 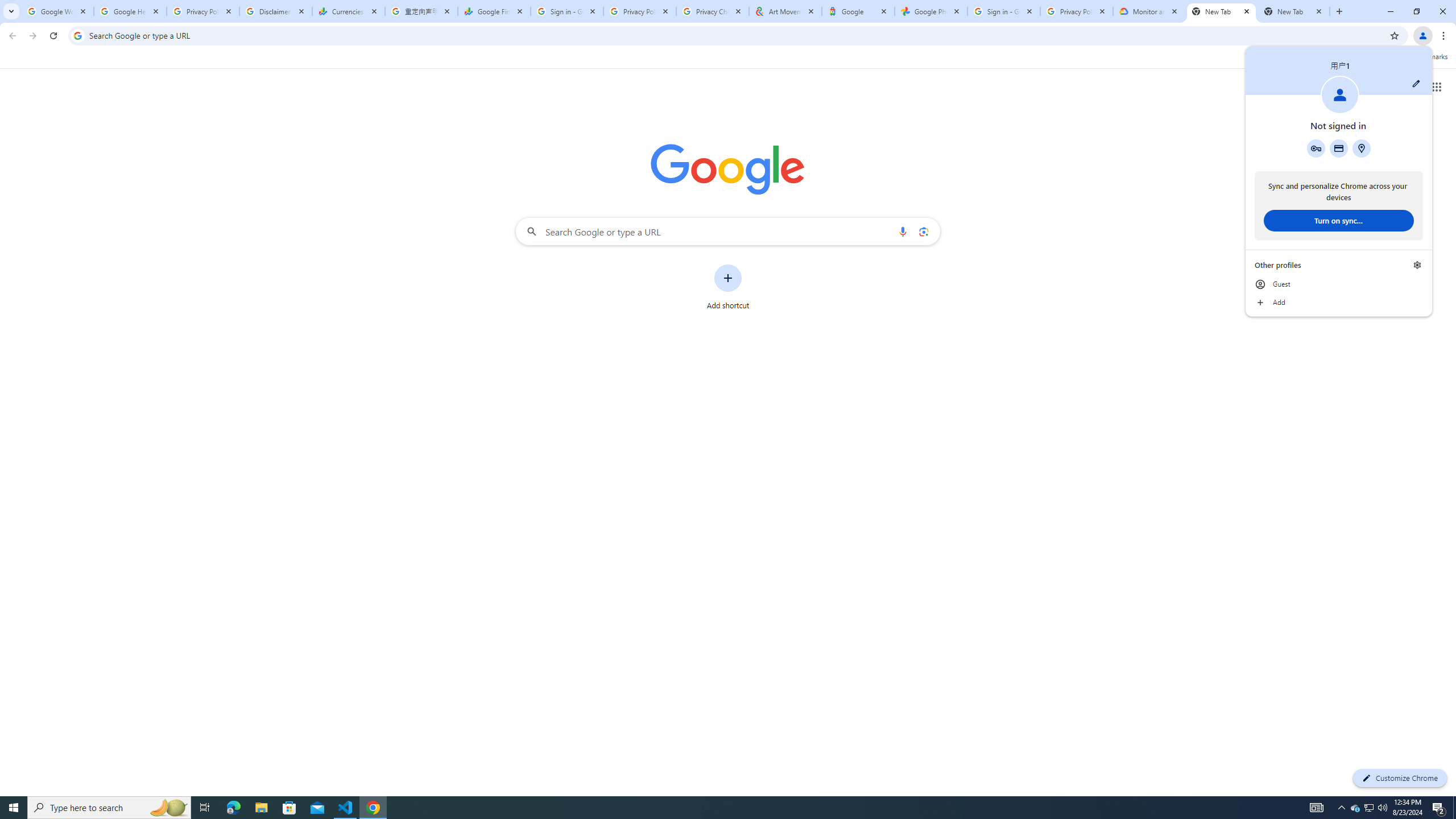 What do you see at coordinates (1400, 777) in the screenshot?
I see `'Customize Chrome'` at bounding box center [1400, 777].